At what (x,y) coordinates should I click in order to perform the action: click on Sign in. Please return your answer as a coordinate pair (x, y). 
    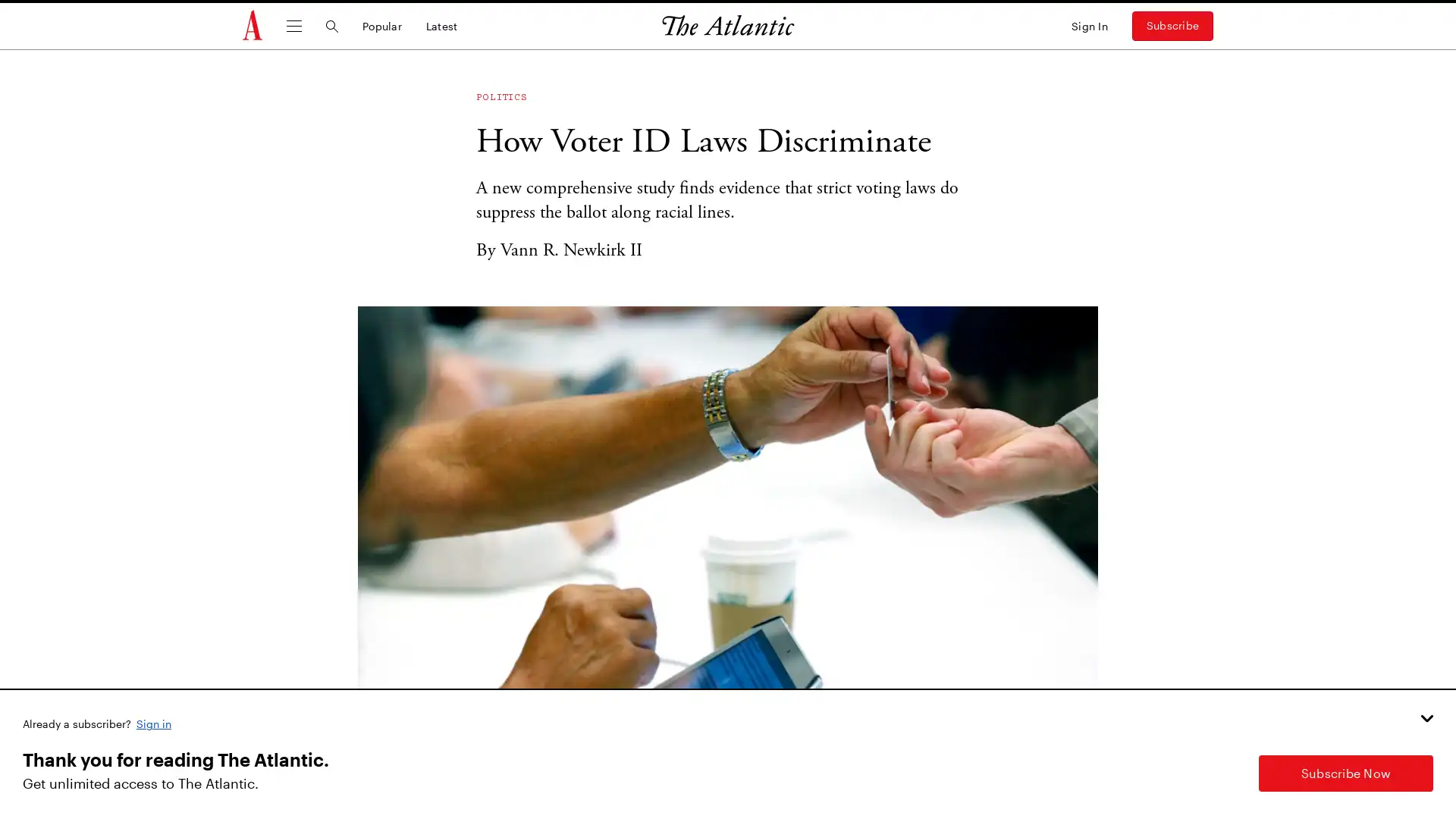
    Looking at the image, I should click on (155, 722).